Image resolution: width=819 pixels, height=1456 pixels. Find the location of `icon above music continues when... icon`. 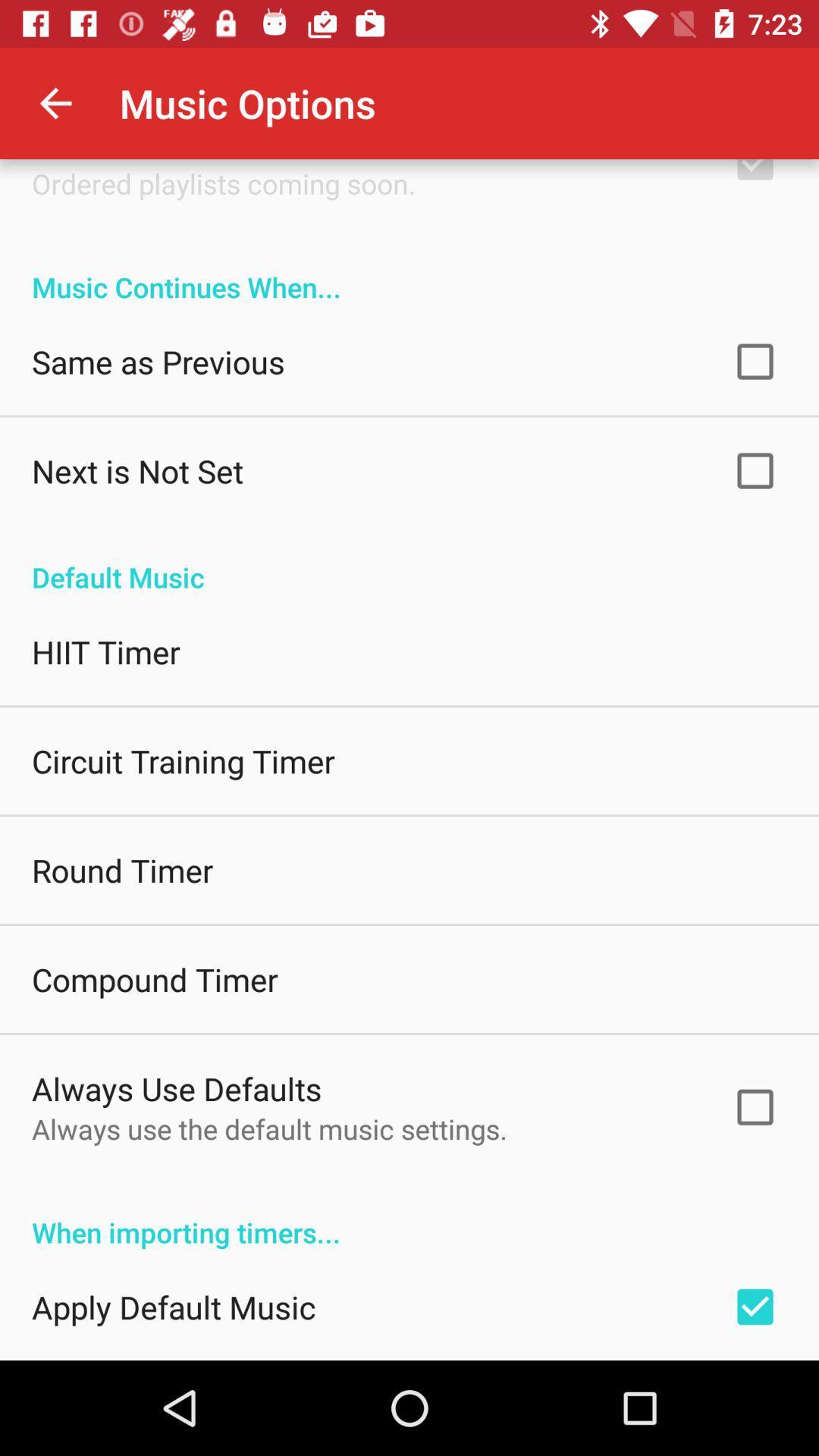

icon above music continues when... icon is located at coordinates (224, 183).